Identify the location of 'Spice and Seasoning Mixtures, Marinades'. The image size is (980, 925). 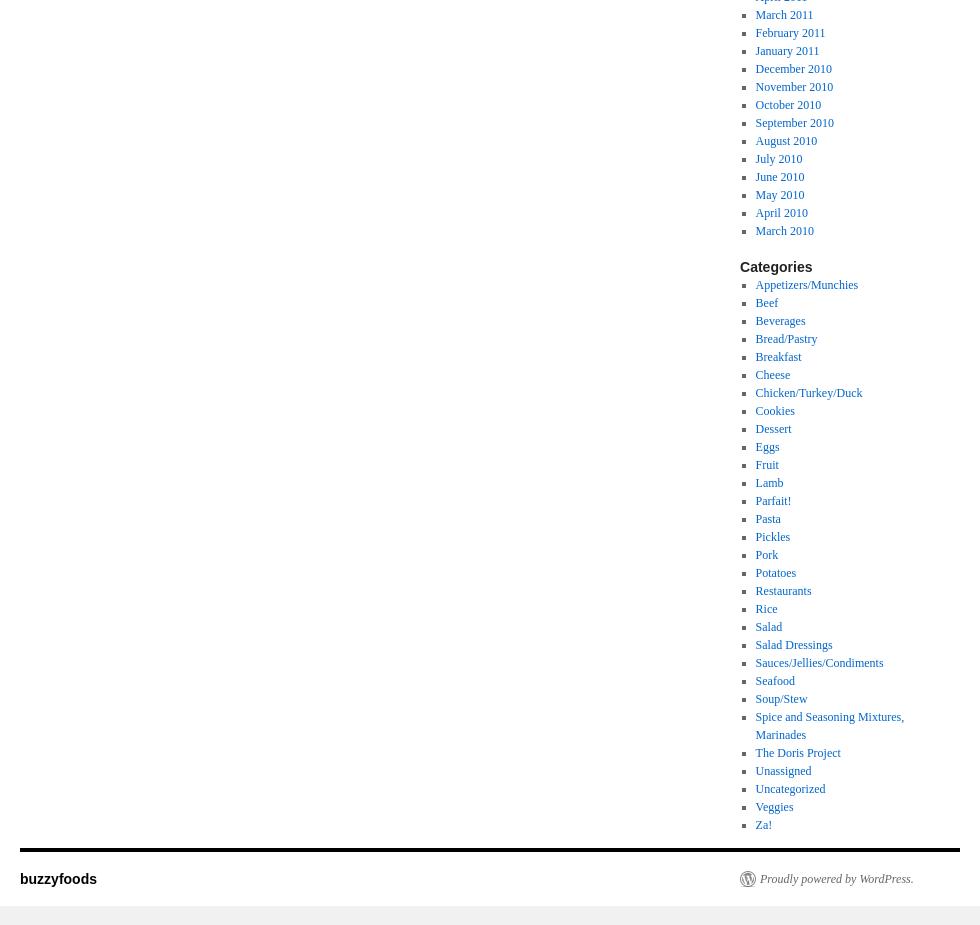
(829, 726).